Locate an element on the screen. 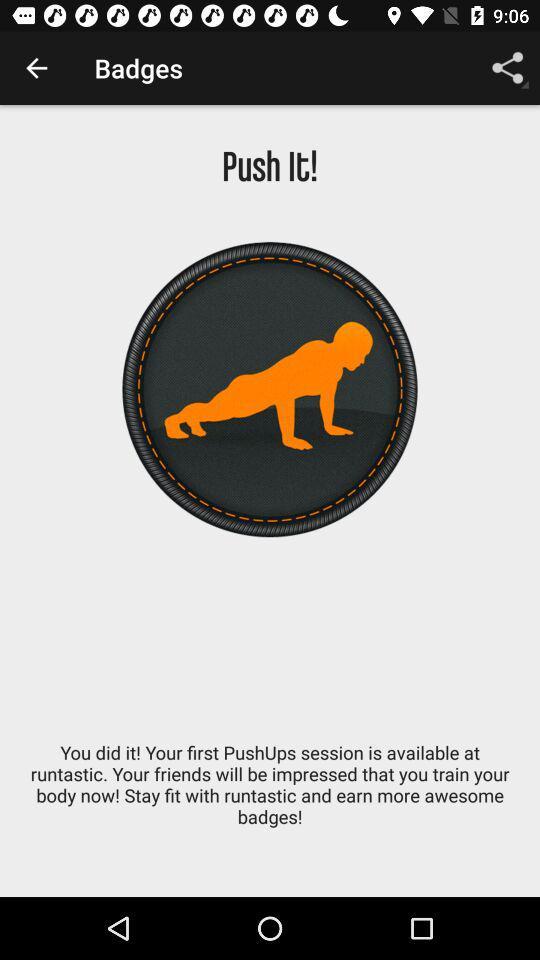 The height and width of the screenshot is (960, 540). app to the left of badges icon is located at coordinates (36, 68).